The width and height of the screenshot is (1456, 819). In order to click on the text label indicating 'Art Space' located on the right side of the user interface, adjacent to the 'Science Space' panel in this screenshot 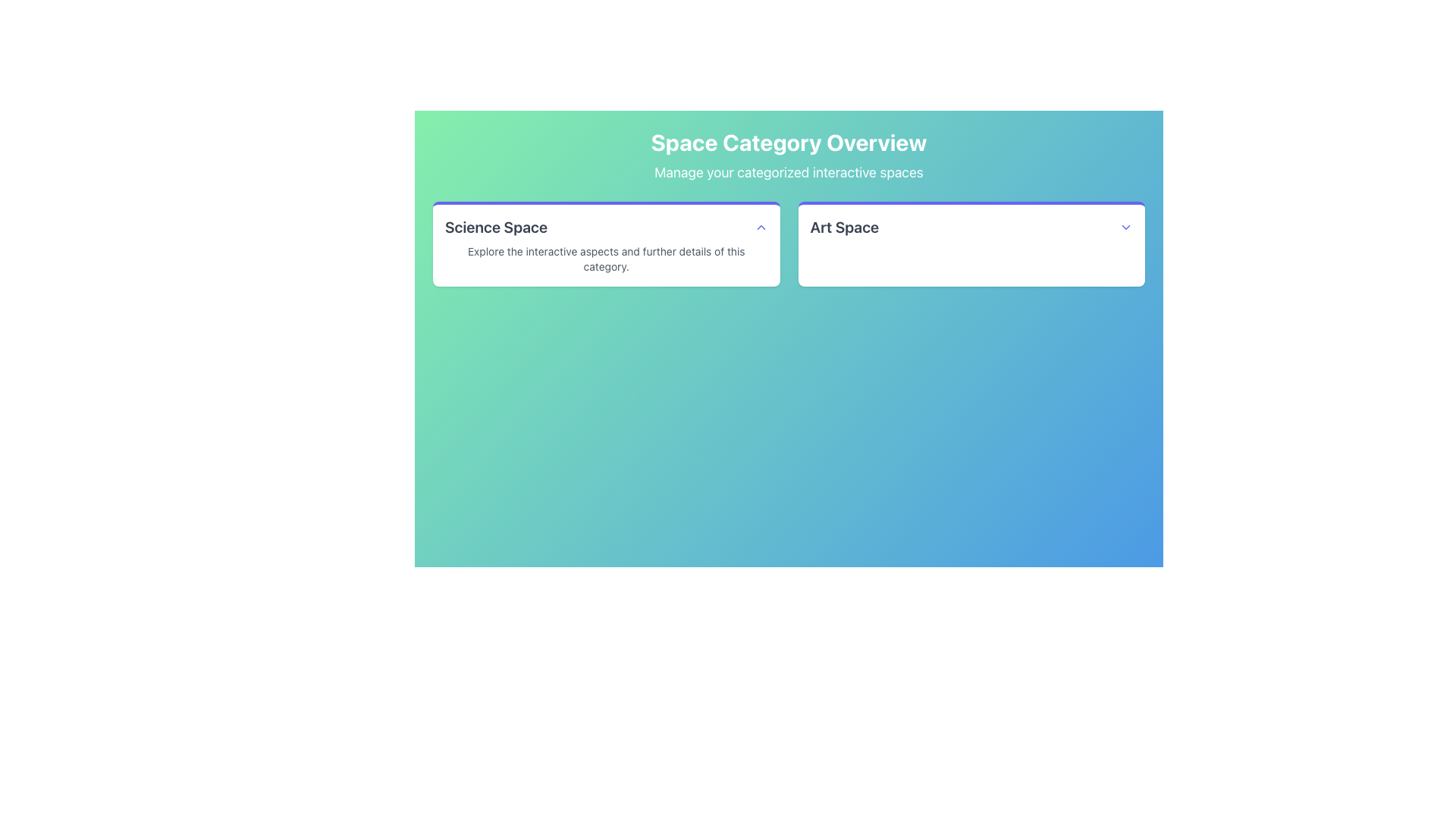, I will do `click(843, 227)`.